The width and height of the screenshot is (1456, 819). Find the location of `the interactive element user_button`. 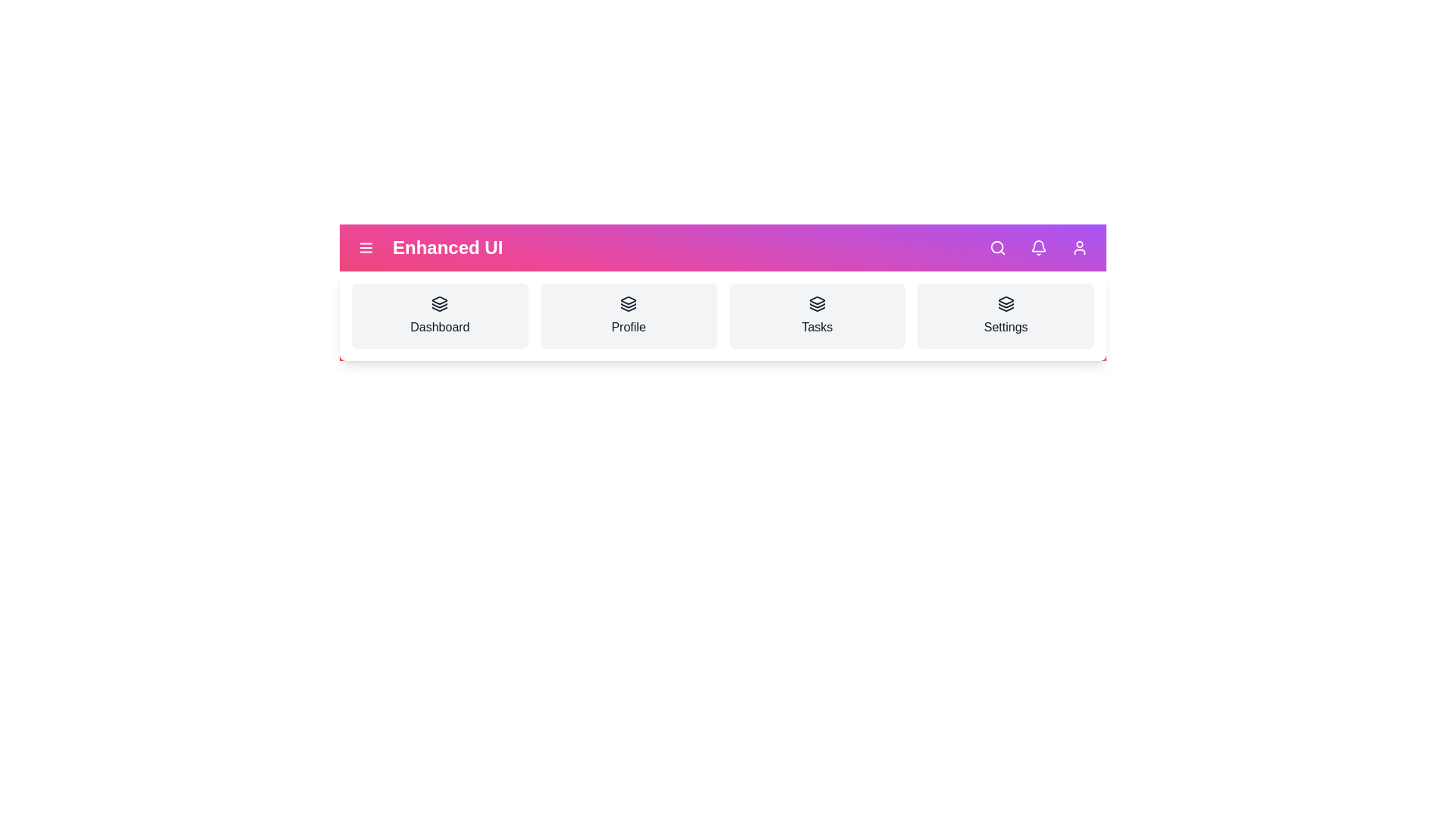

the interactive element user_button is located at coordinates (1079, 247).